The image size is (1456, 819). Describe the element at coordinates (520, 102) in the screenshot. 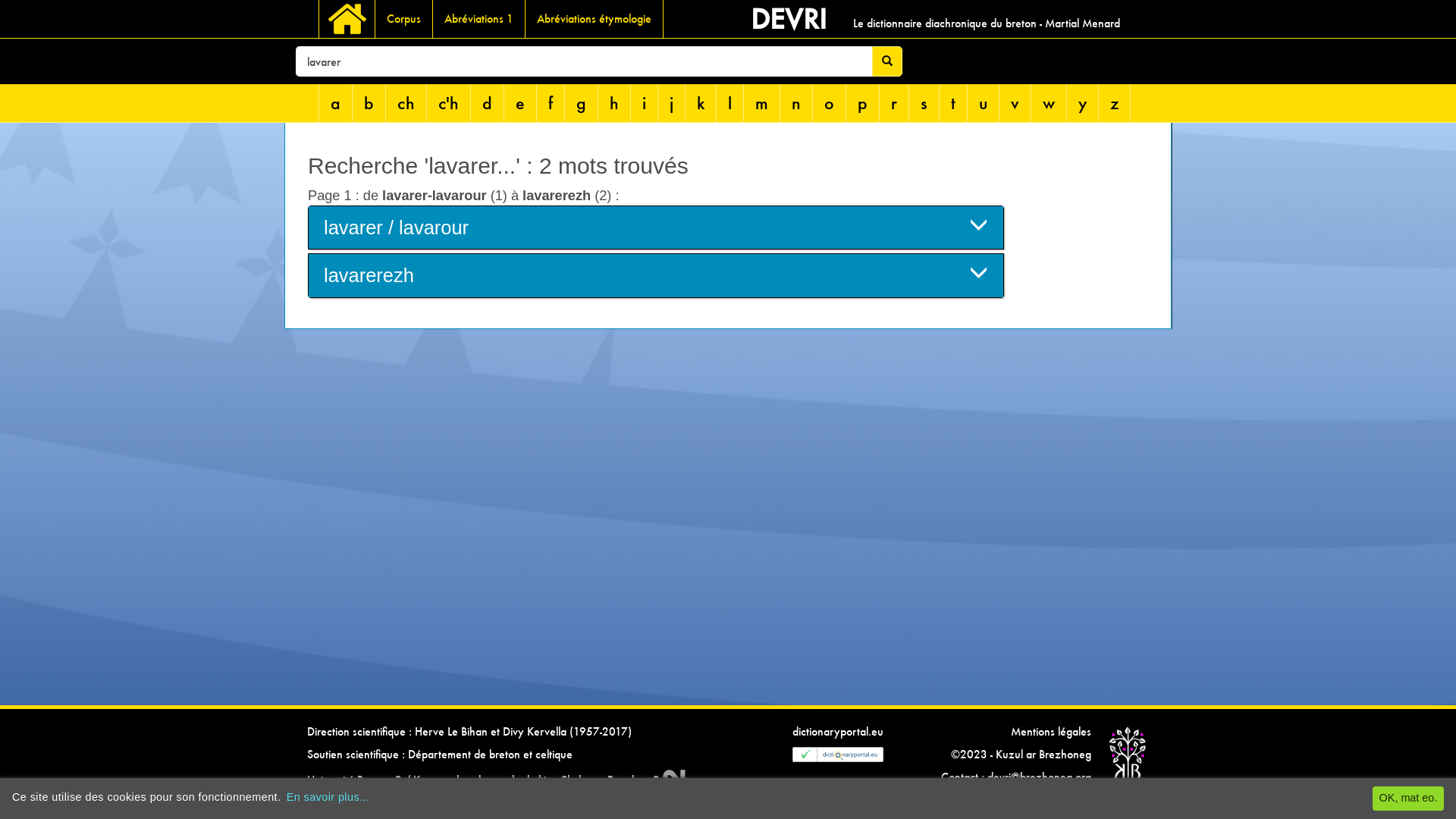

I see `'e'` at that location.